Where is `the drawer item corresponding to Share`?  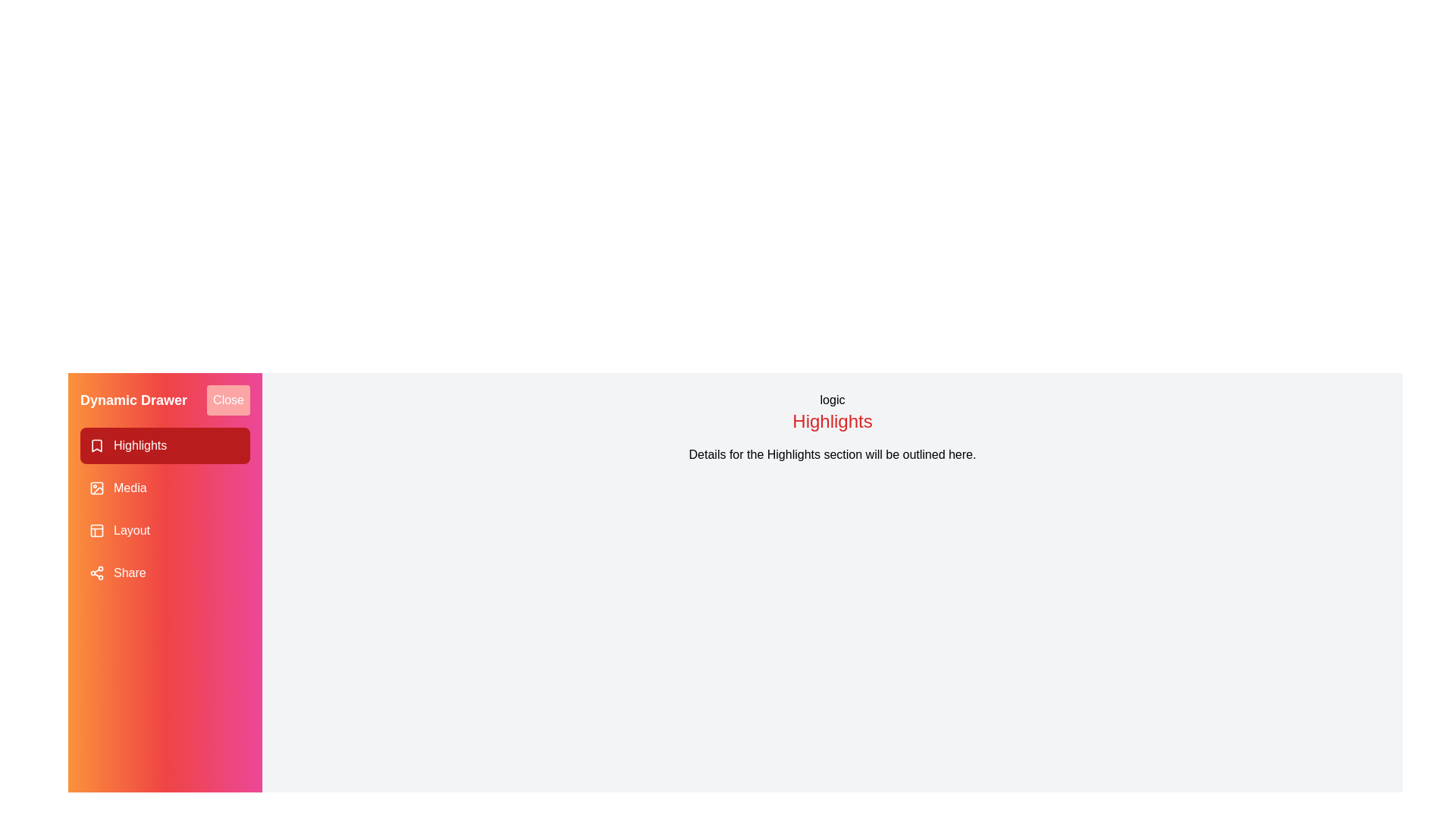 the drawer item corresponding to Share is located at coordinates (165, 573).